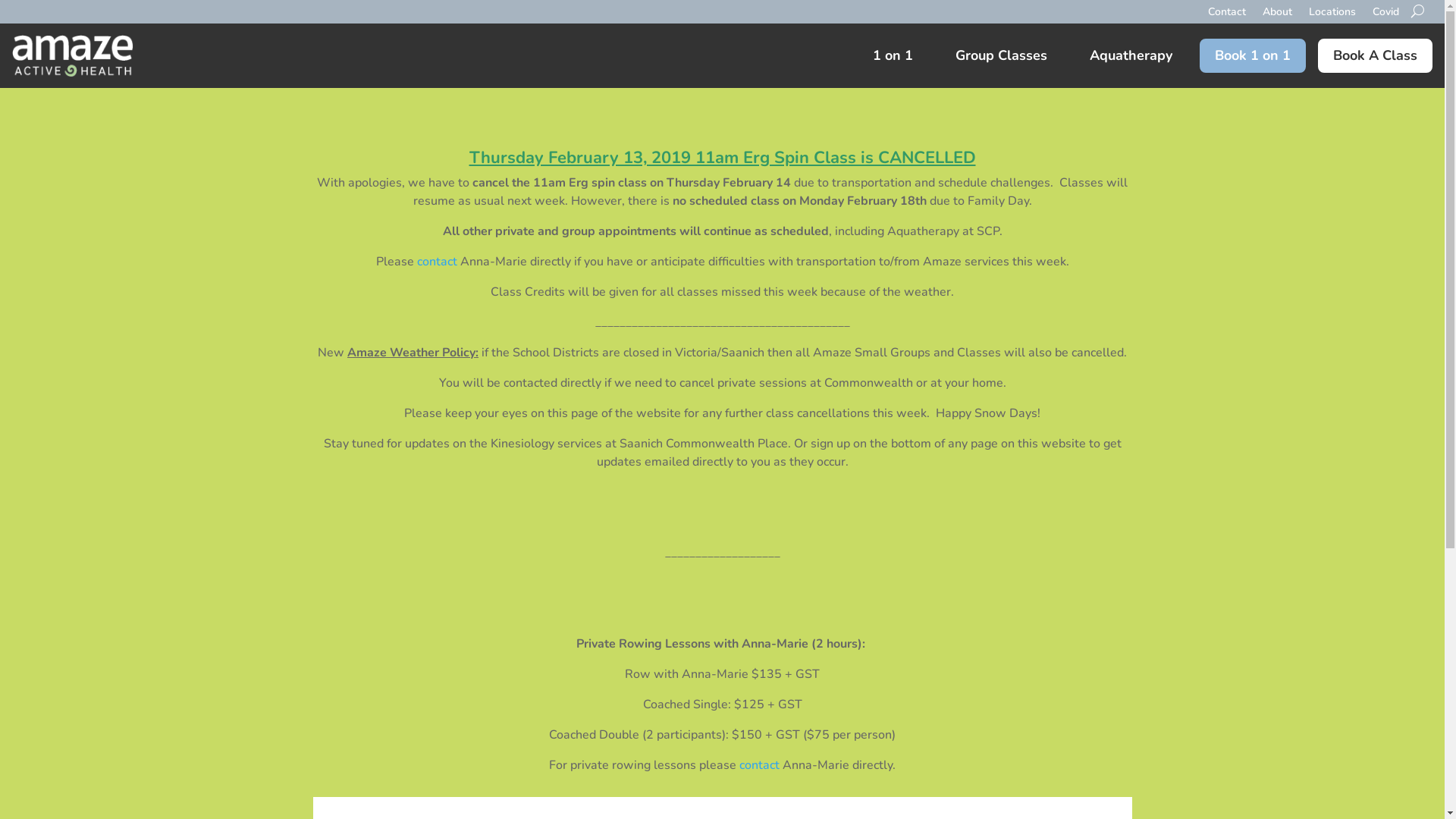  What do you see at coordinates (1207, 23) in the screenshot?
I see `'Contact'` at bounding box center [1207, 23].